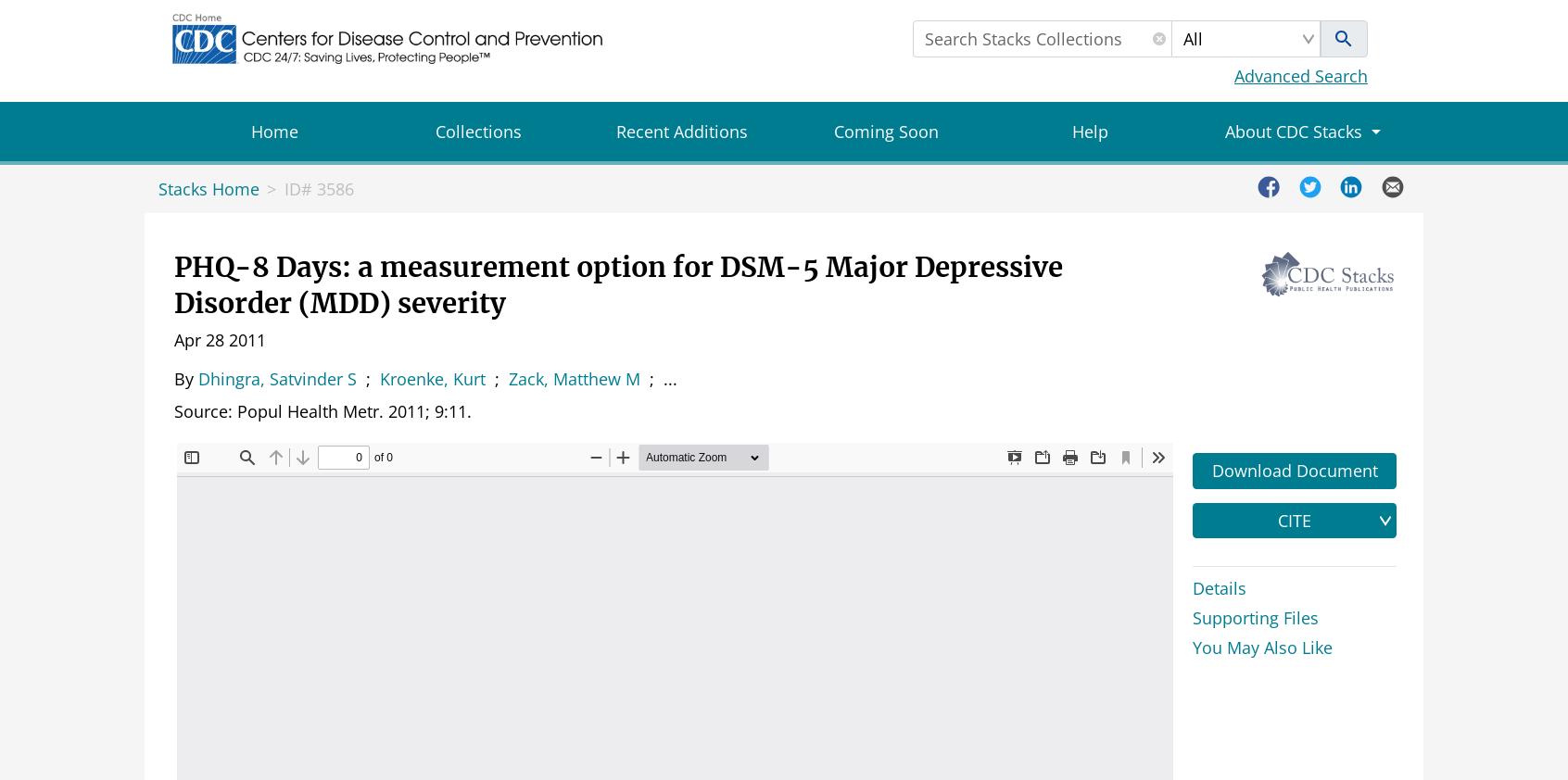 The height and width of the screenshot is (780, 1568). Describe the element at coordinates (354, 409) in the screenshot. I see `'Popul Health Metr. 2011; 9:11.'` at that location.